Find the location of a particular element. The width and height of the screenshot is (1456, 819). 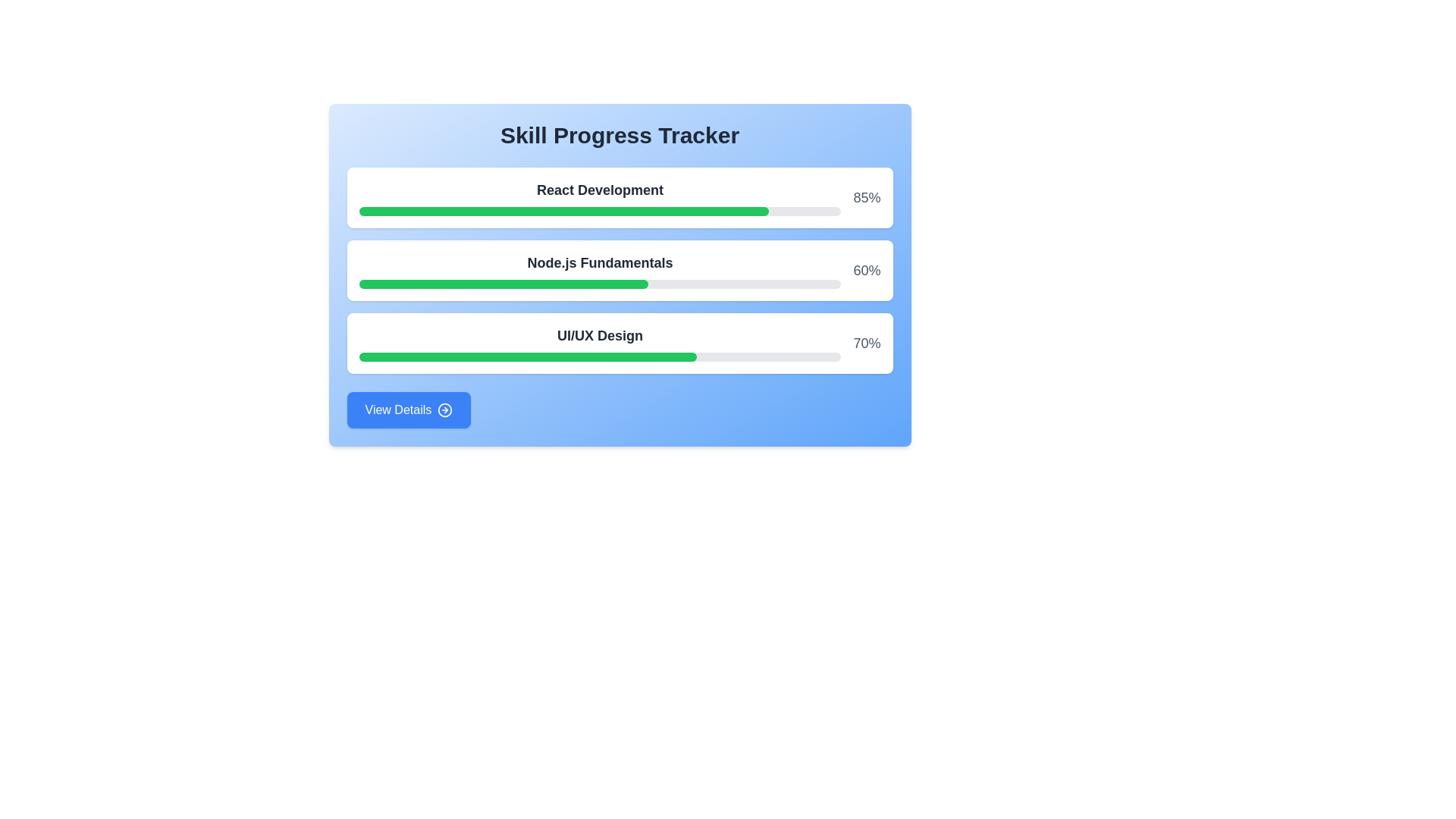

text label 'React Development' displayed in bold, dark gray font above the green progress bar in the first skill progress card is located at coordinates (599, 197).